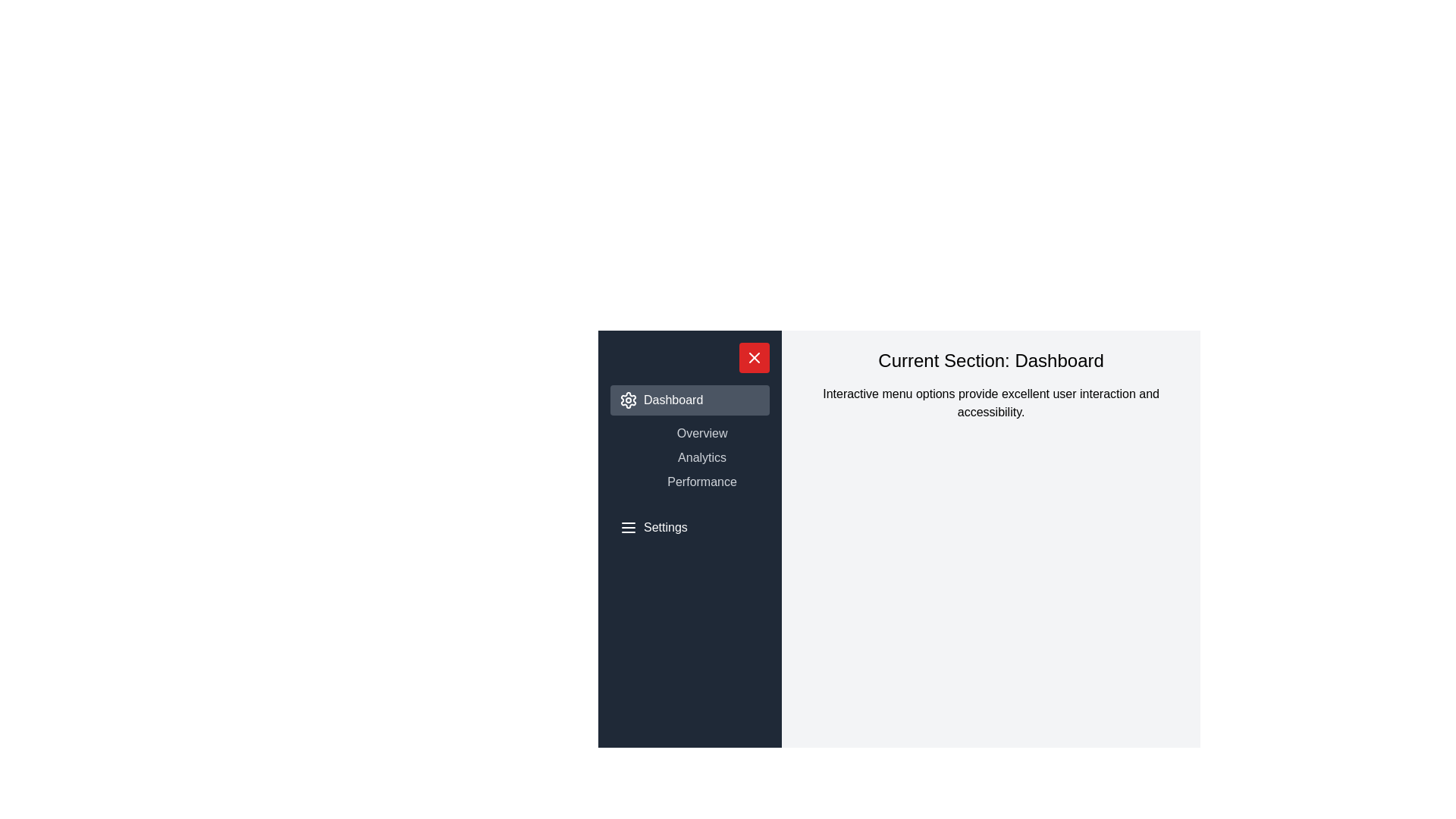 The width and height of the screenshot is (1456, 819). Describe the element at coordinates (689, 457) in the screenshot. I see `the 'Analytics' text-based navigation link, which is the second item in the sidebar navigation menu, located directly below 'Overview' and above 'Performance'` at that location.